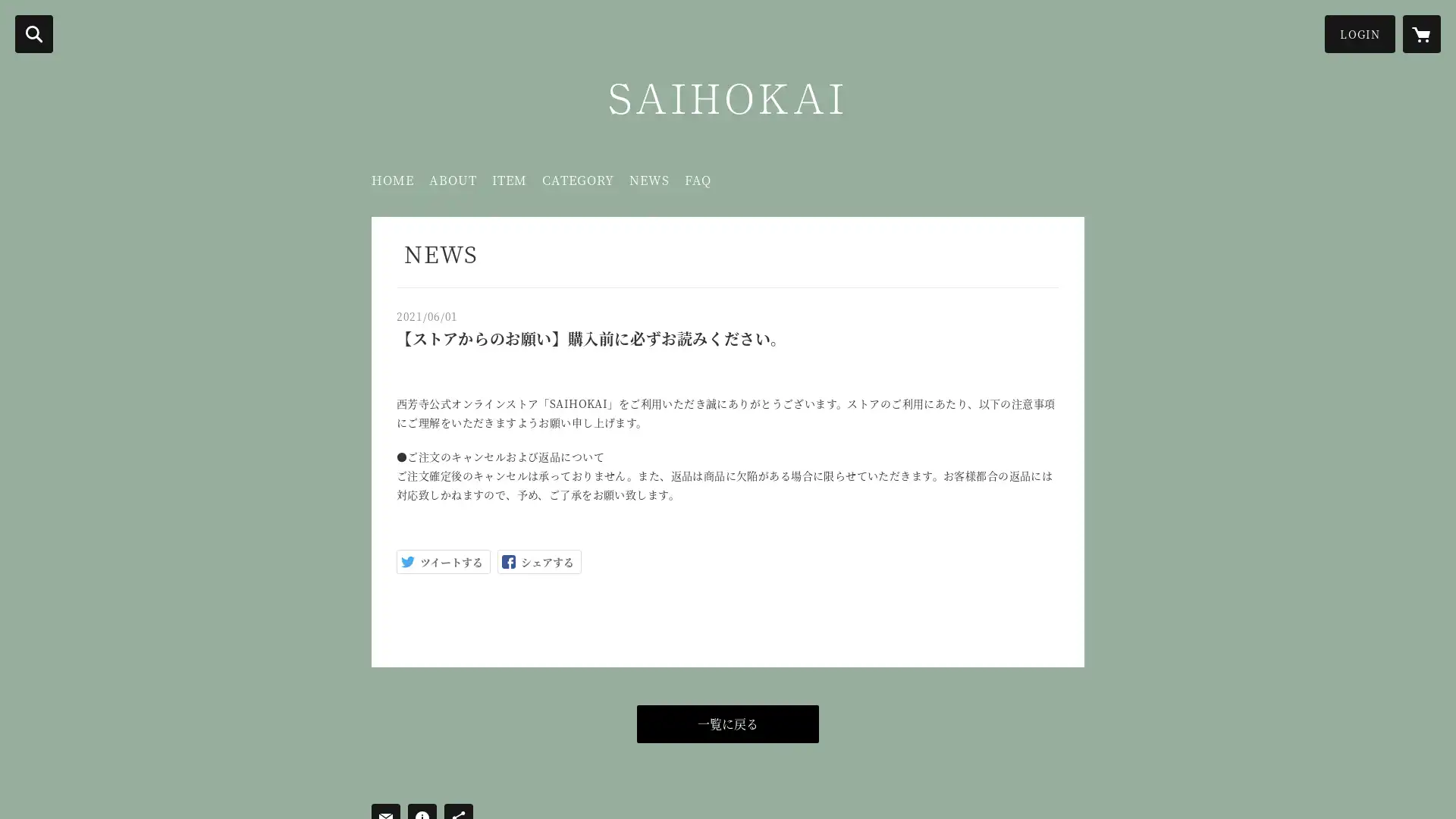  Describe the element at coordinates (1360, 34) in the screenshot. I see `LOGIN` at that location.